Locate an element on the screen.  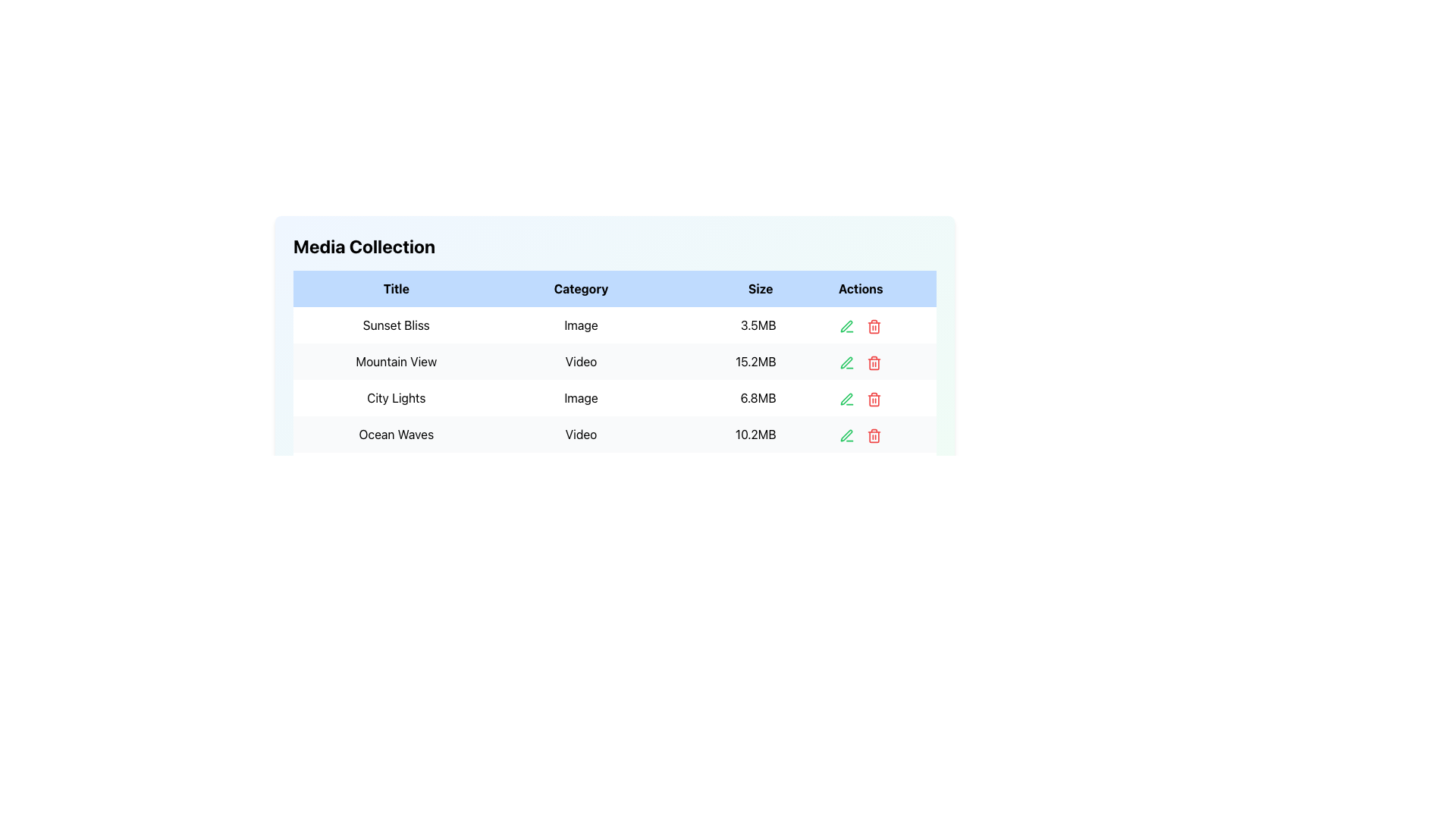
the delete icon button located in the 'Actions' column of the second row in the 'Media Collection' table is located at coordinates (874, 362).